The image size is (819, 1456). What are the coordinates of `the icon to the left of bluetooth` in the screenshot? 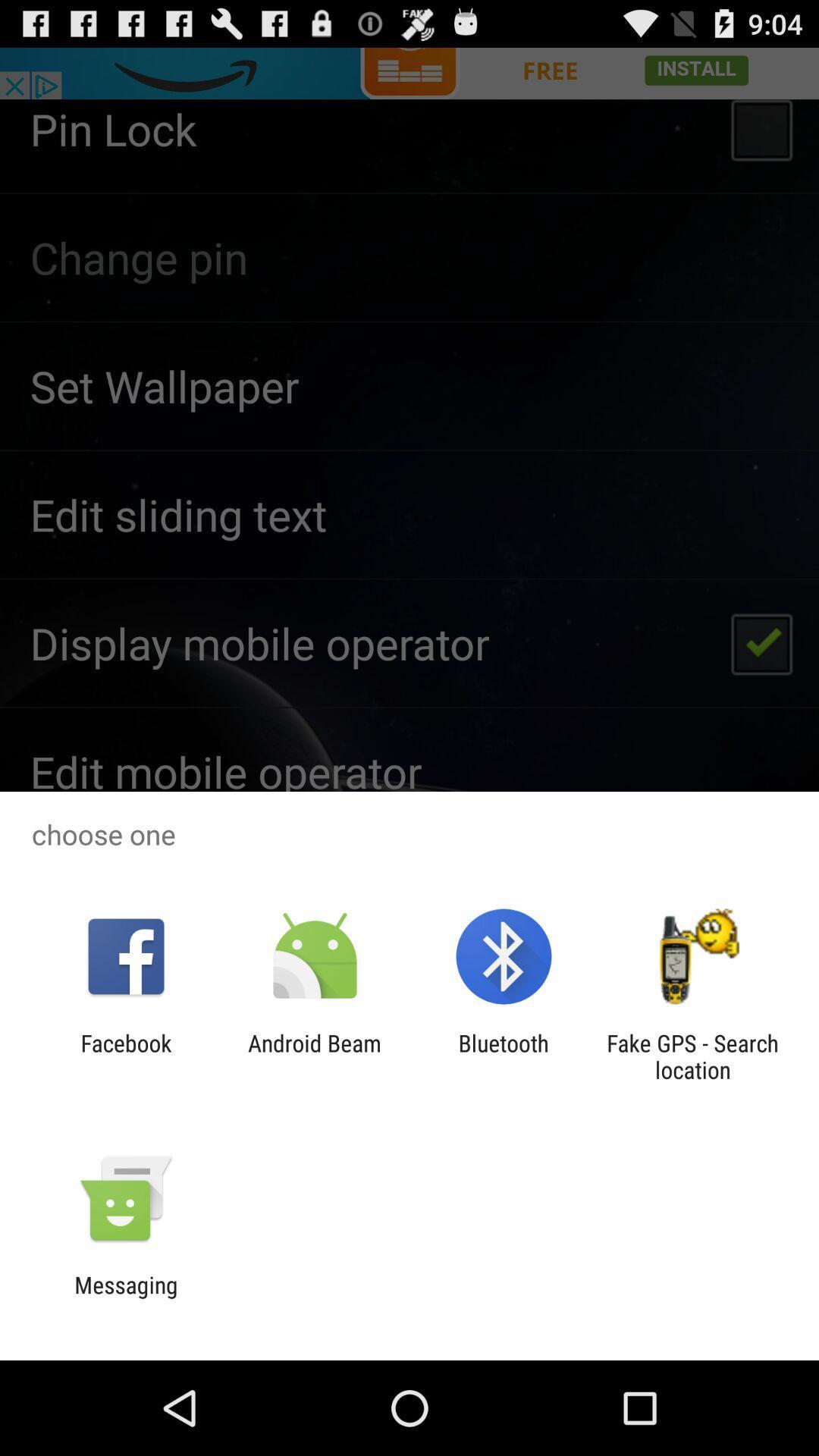 It's located at (314, 1056).